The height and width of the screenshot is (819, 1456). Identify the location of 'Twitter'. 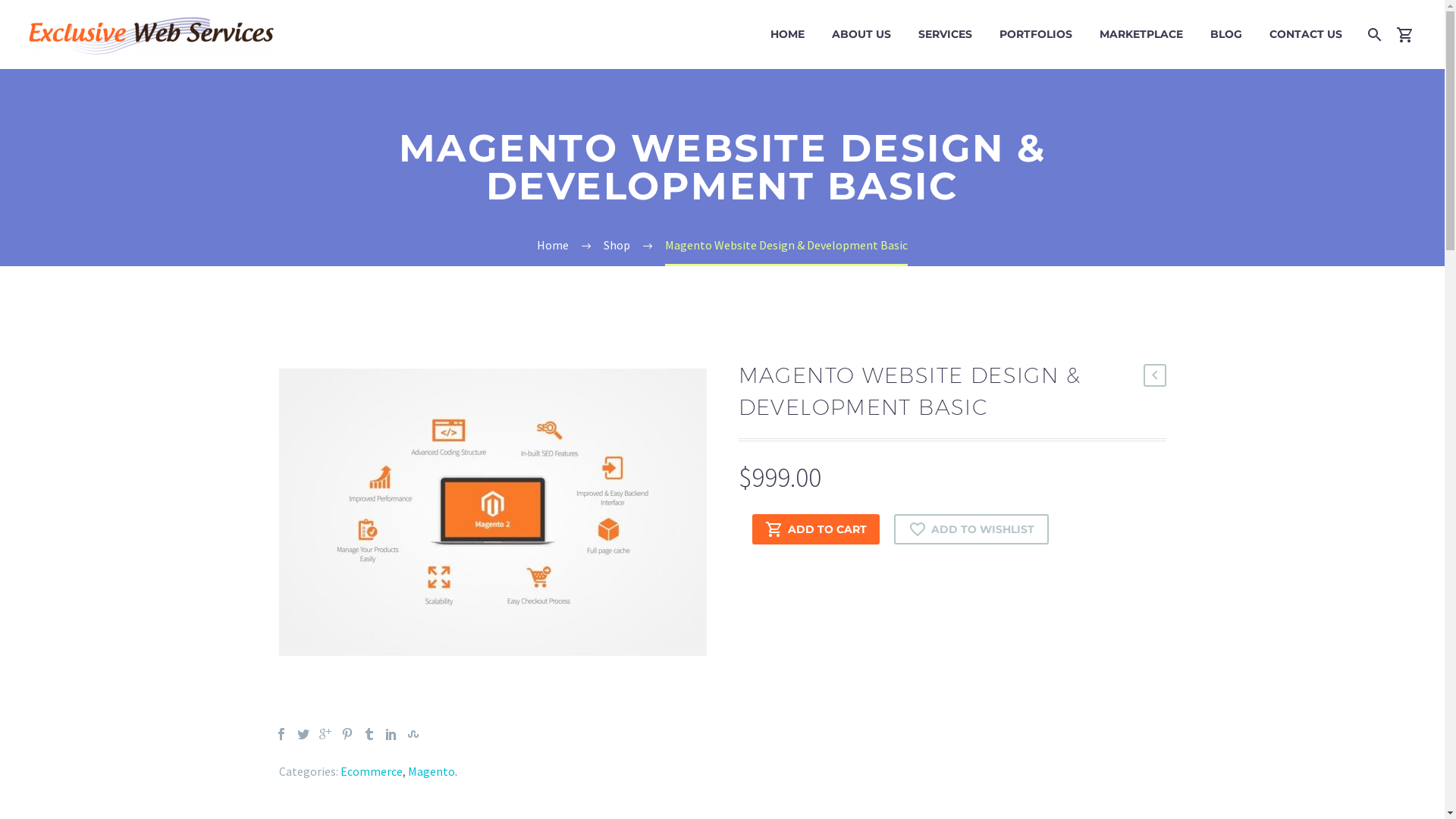
(303, 733).